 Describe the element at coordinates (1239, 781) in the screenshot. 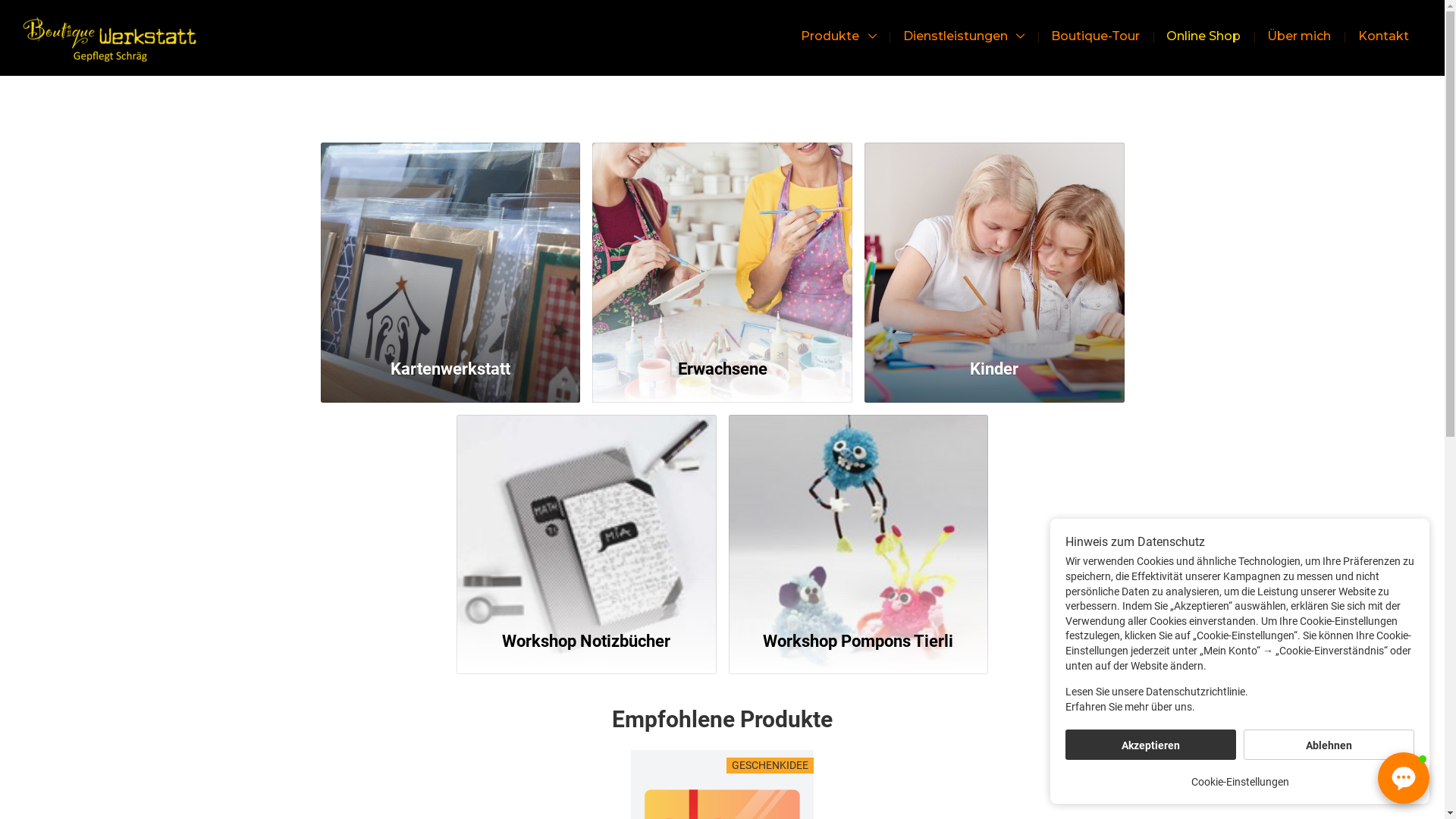

I see `'Cookie-Einstellungen'` at that location.